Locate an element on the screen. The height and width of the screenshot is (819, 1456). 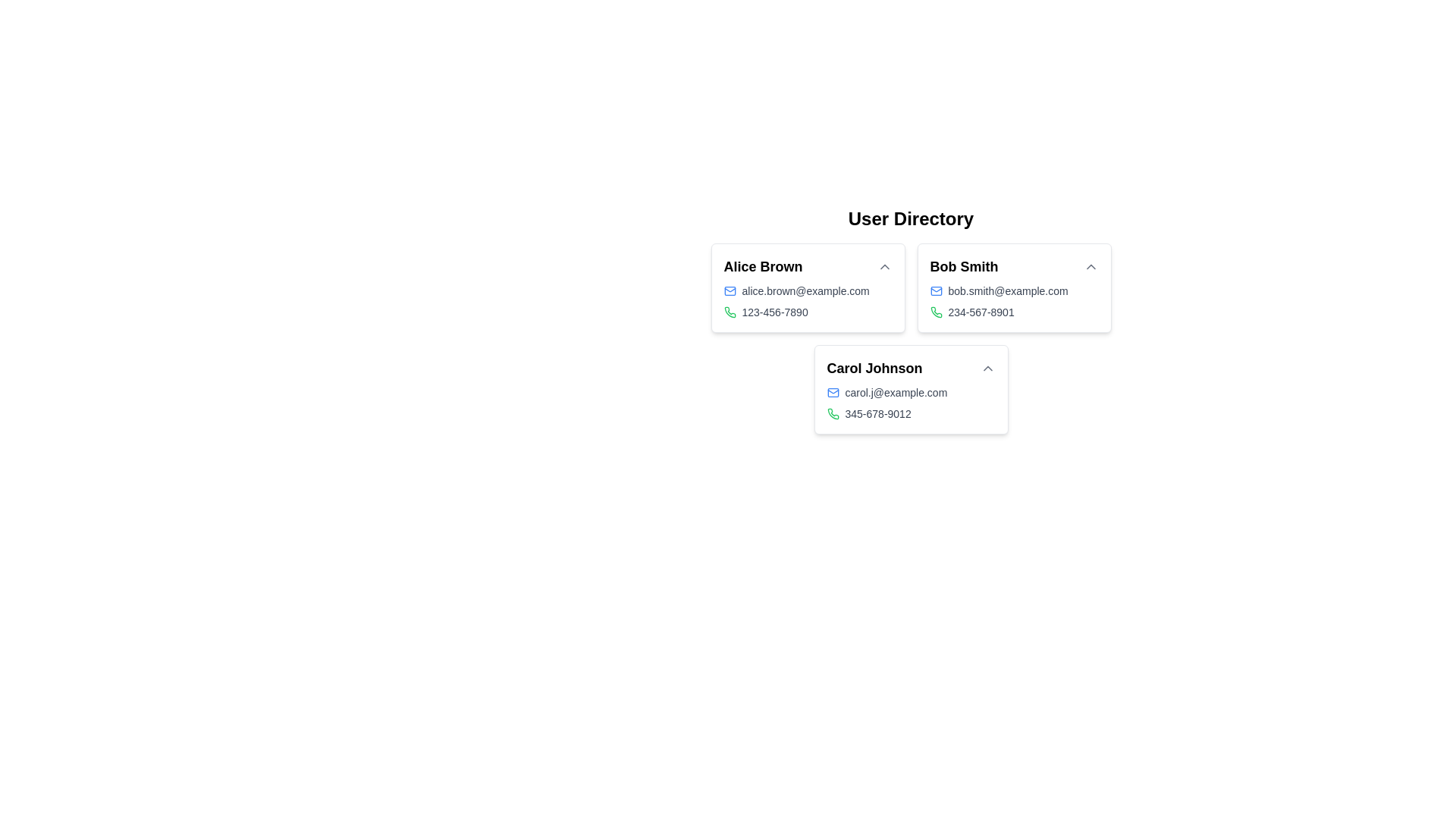
the email link in the information card for 'Alice Brown', which is styled in white with a bold black header and contains the email address 'alice.brown@example.com' with a blue mail icon is located at coordinates (807, 288).